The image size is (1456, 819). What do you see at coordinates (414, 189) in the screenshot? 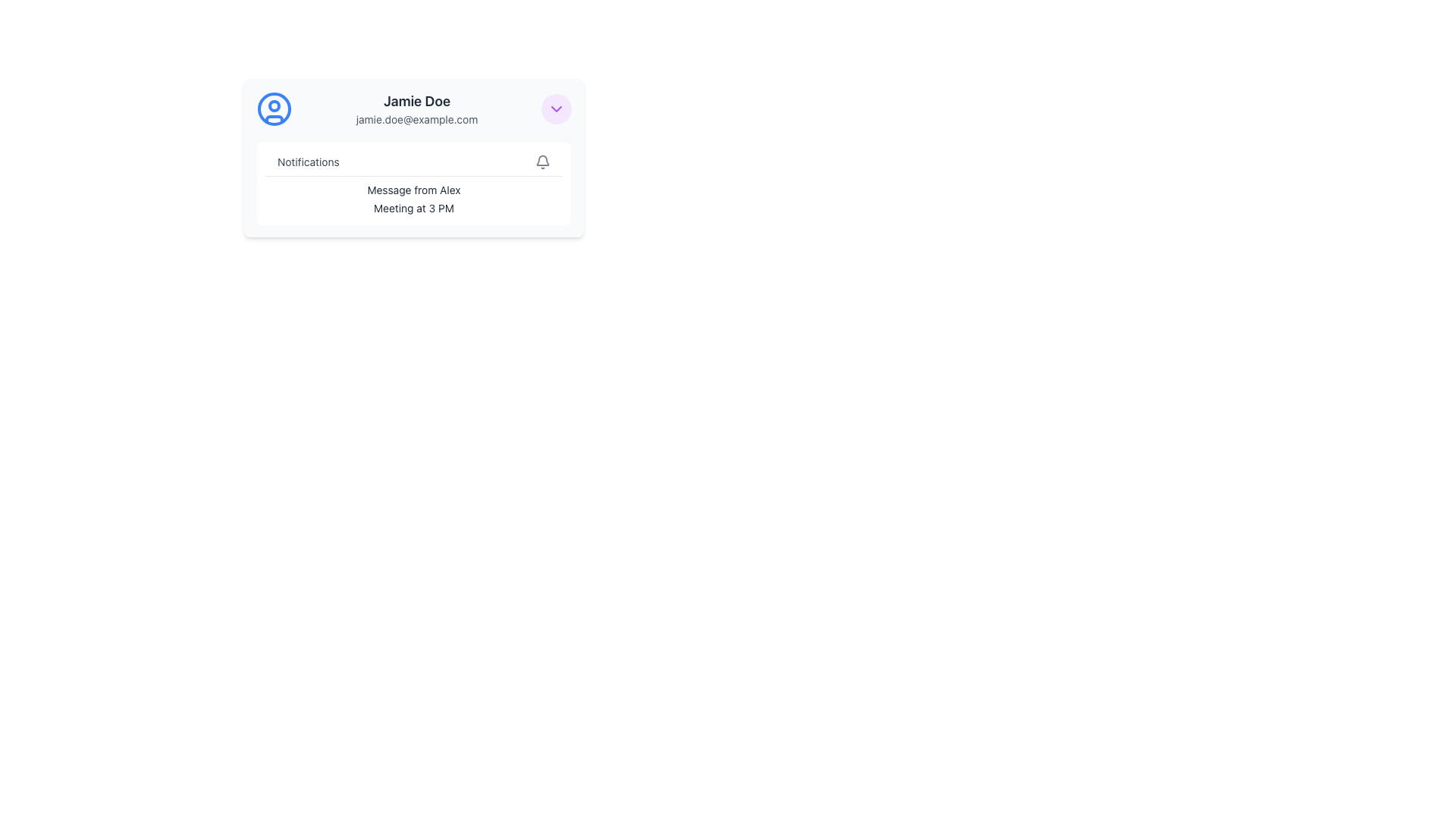
I see `the static text display element that shows notification or message content, located centrally above the entry 'Meeting at 3 PM' in the notifications section` at bounding box center [414, 189].